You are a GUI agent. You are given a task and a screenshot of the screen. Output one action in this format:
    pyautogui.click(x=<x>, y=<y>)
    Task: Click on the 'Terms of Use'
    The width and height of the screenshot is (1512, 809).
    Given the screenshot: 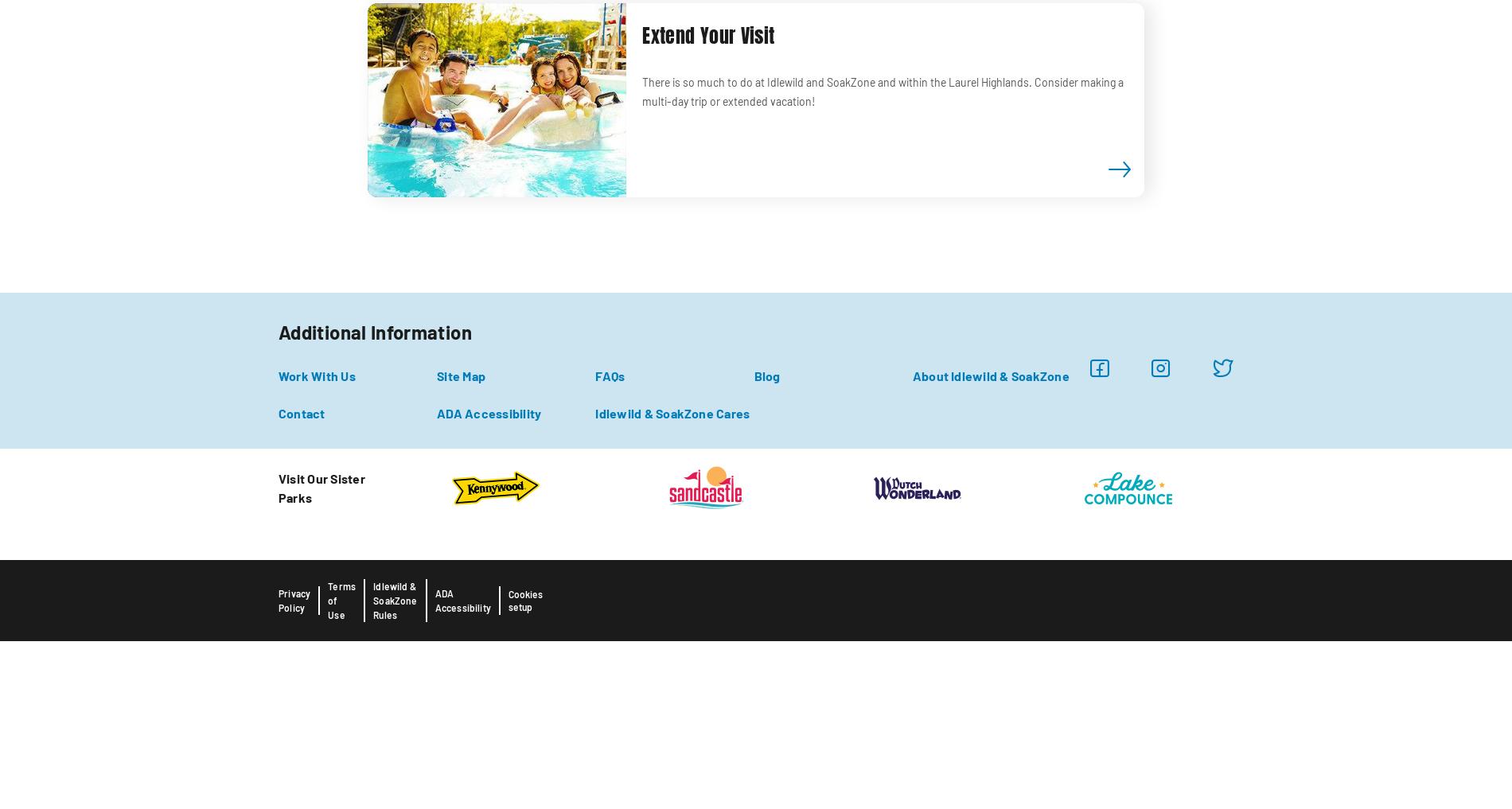 What is the action you would take?
    pyautogui.click(x=341, y=600)
    